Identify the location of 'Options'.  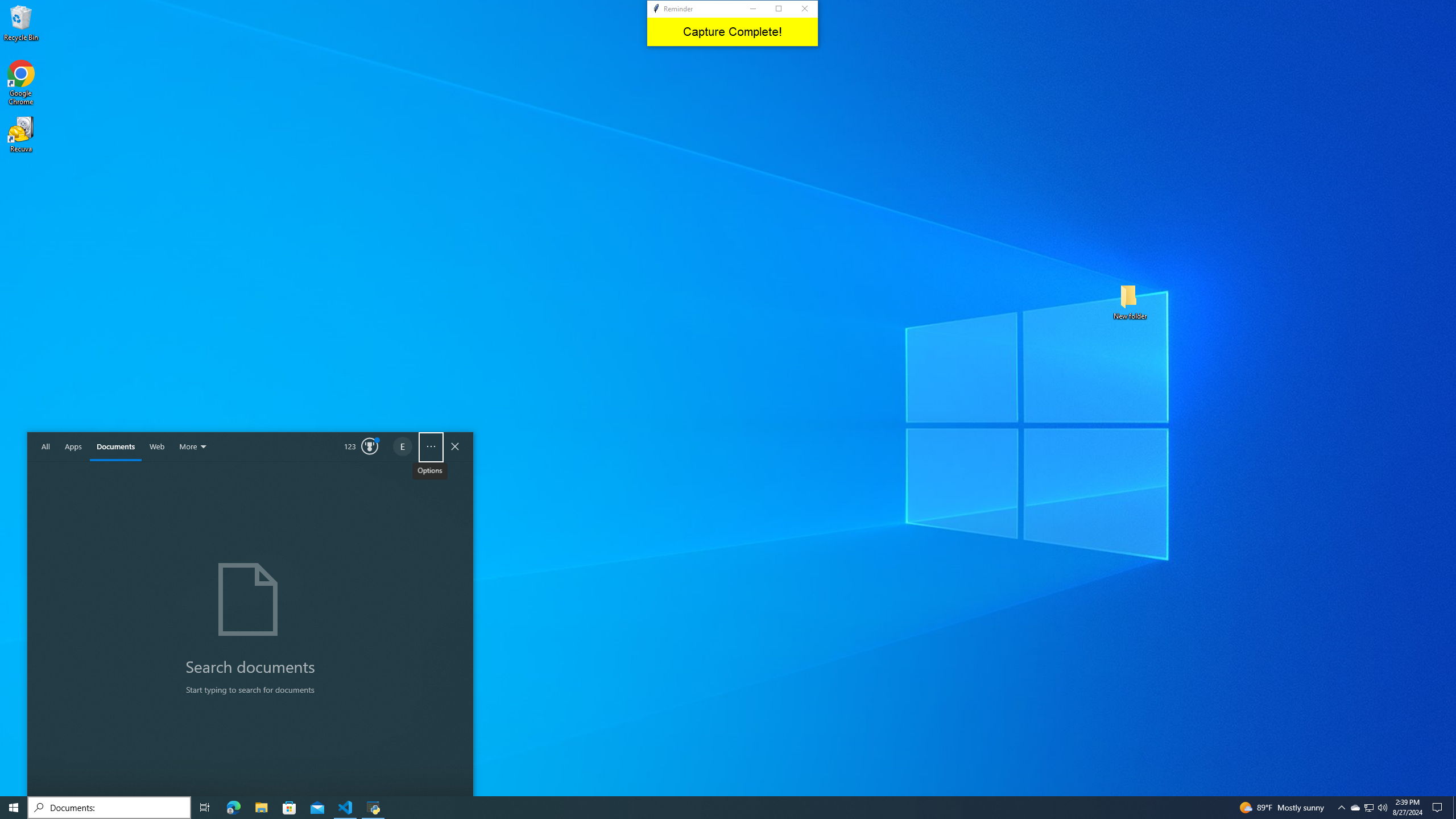
(431, 446).